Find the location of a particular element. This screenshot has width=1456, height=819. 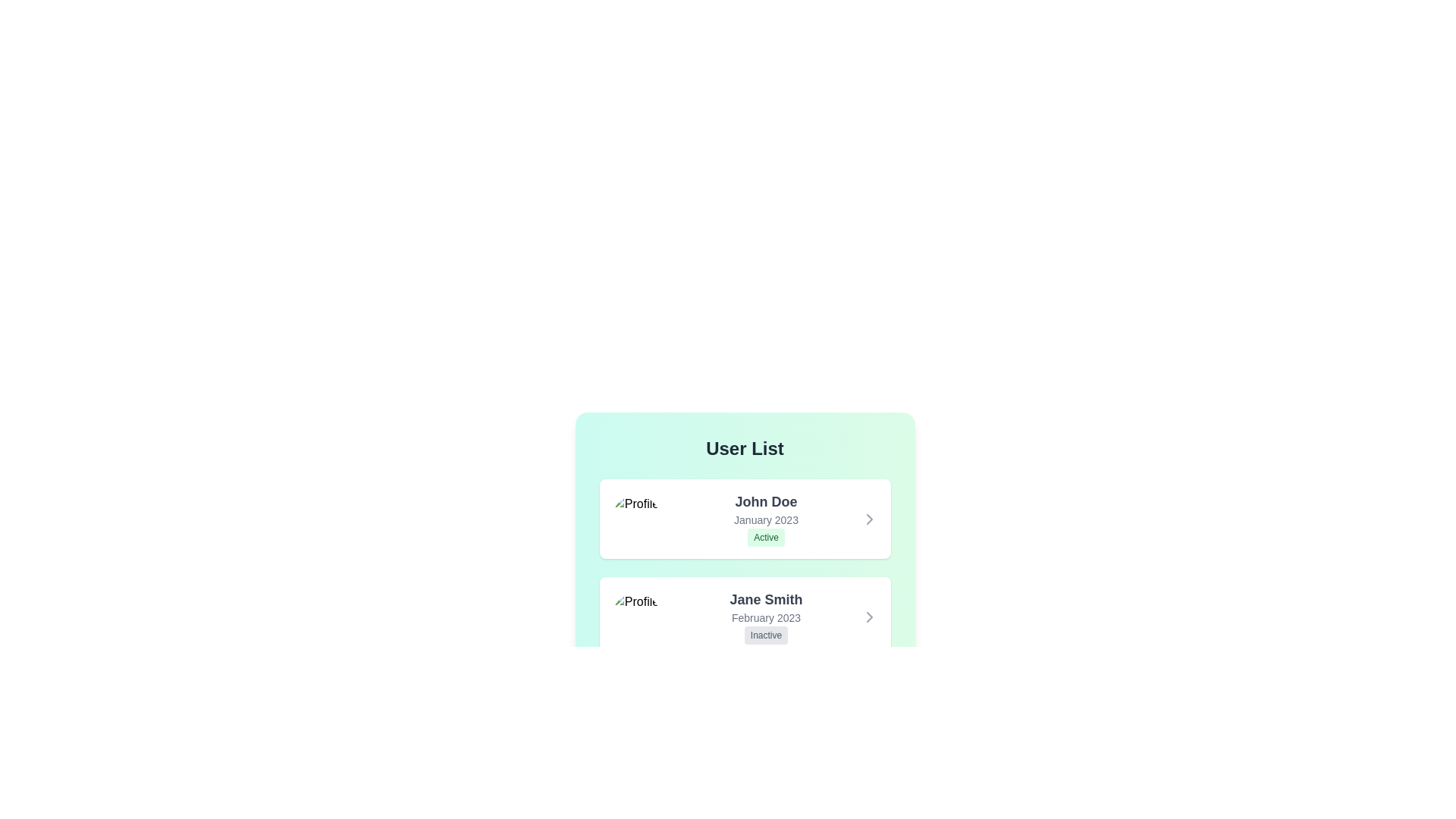

the user item corresponding to Jane Smith is located at coordinates (745, 617).